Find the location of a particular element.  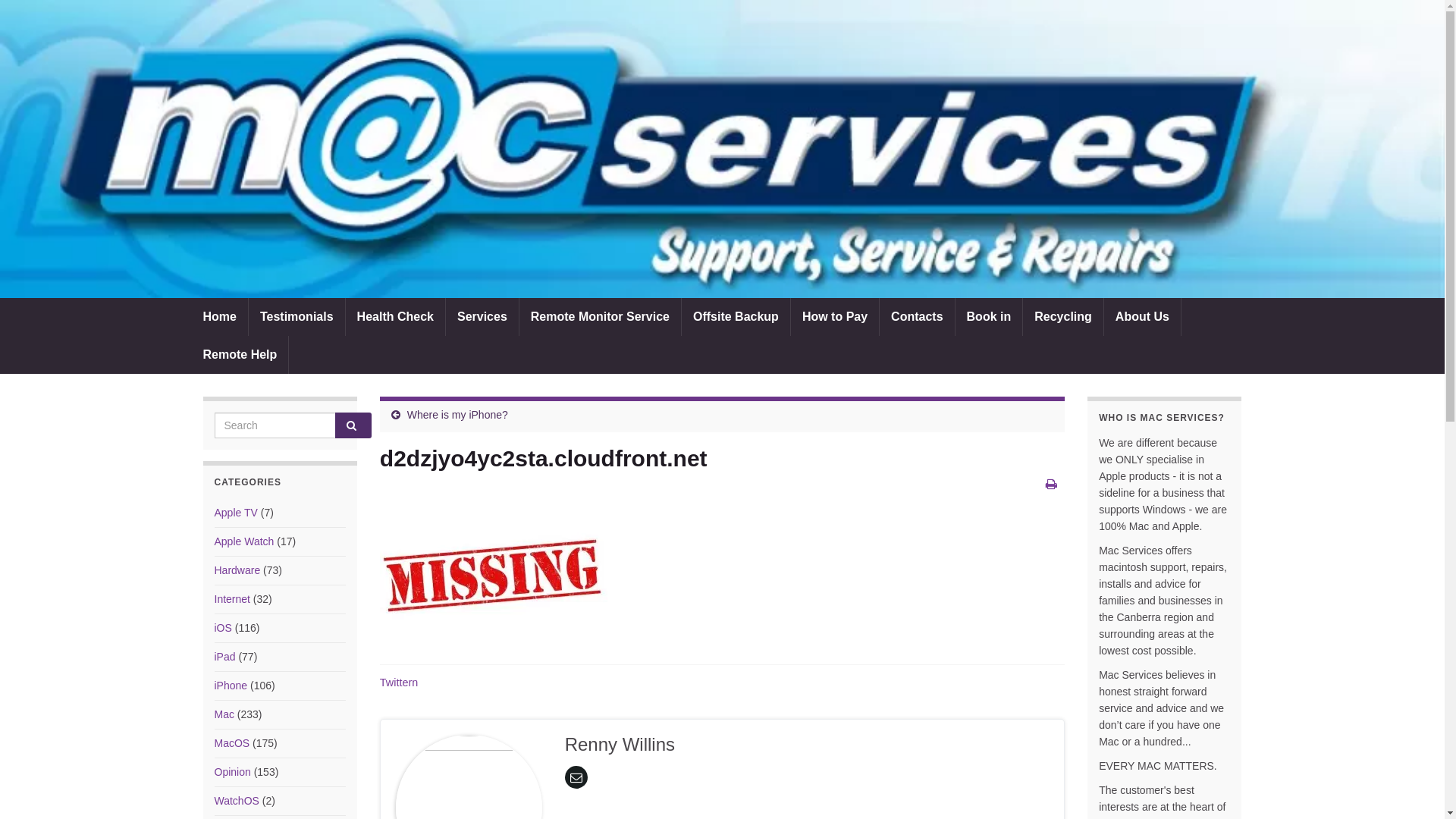

'Offsite Backup' is located at coordinates (736, 315).